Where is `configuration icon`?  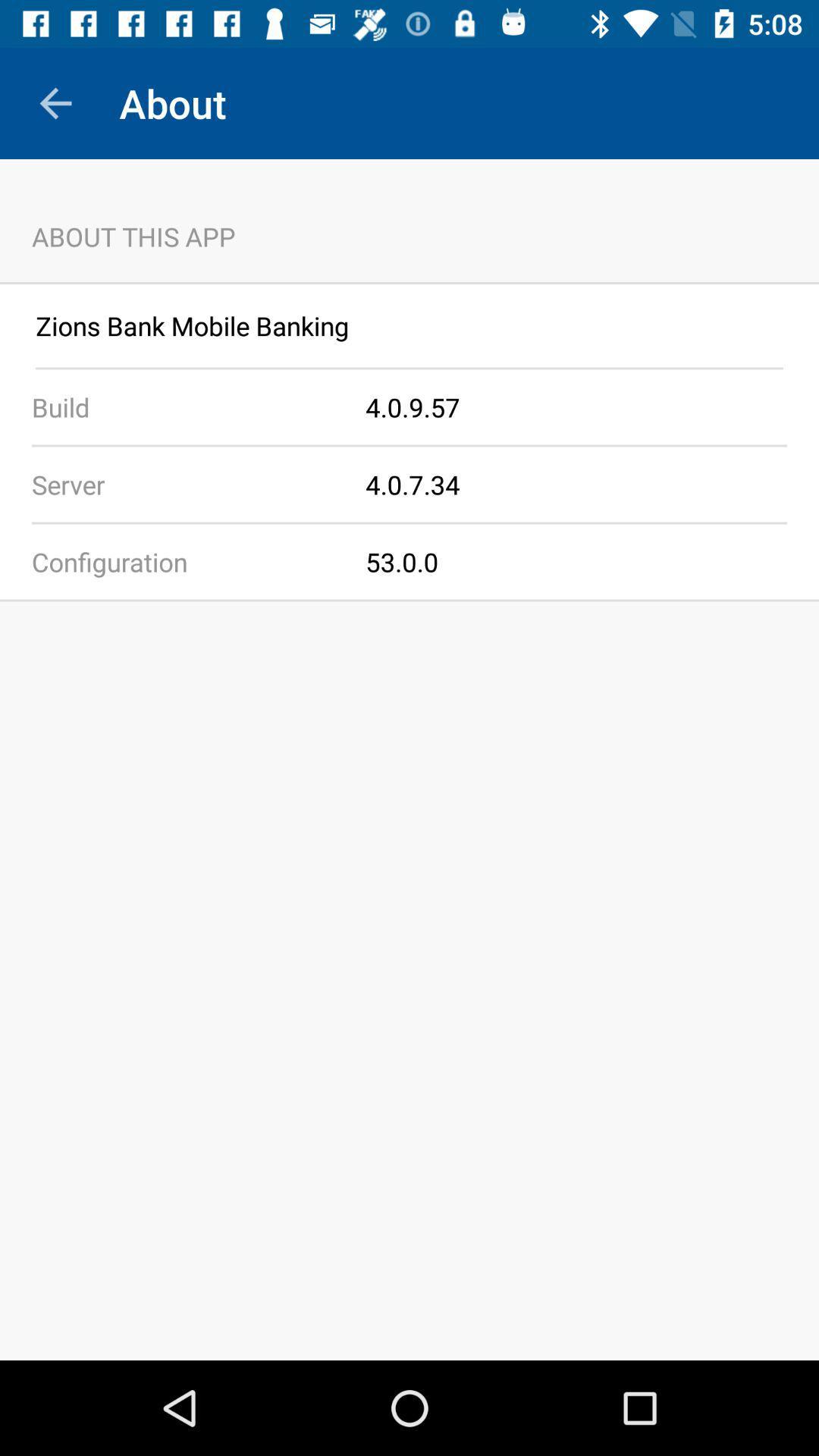 configuration icon is located at coordinates (182, 560).